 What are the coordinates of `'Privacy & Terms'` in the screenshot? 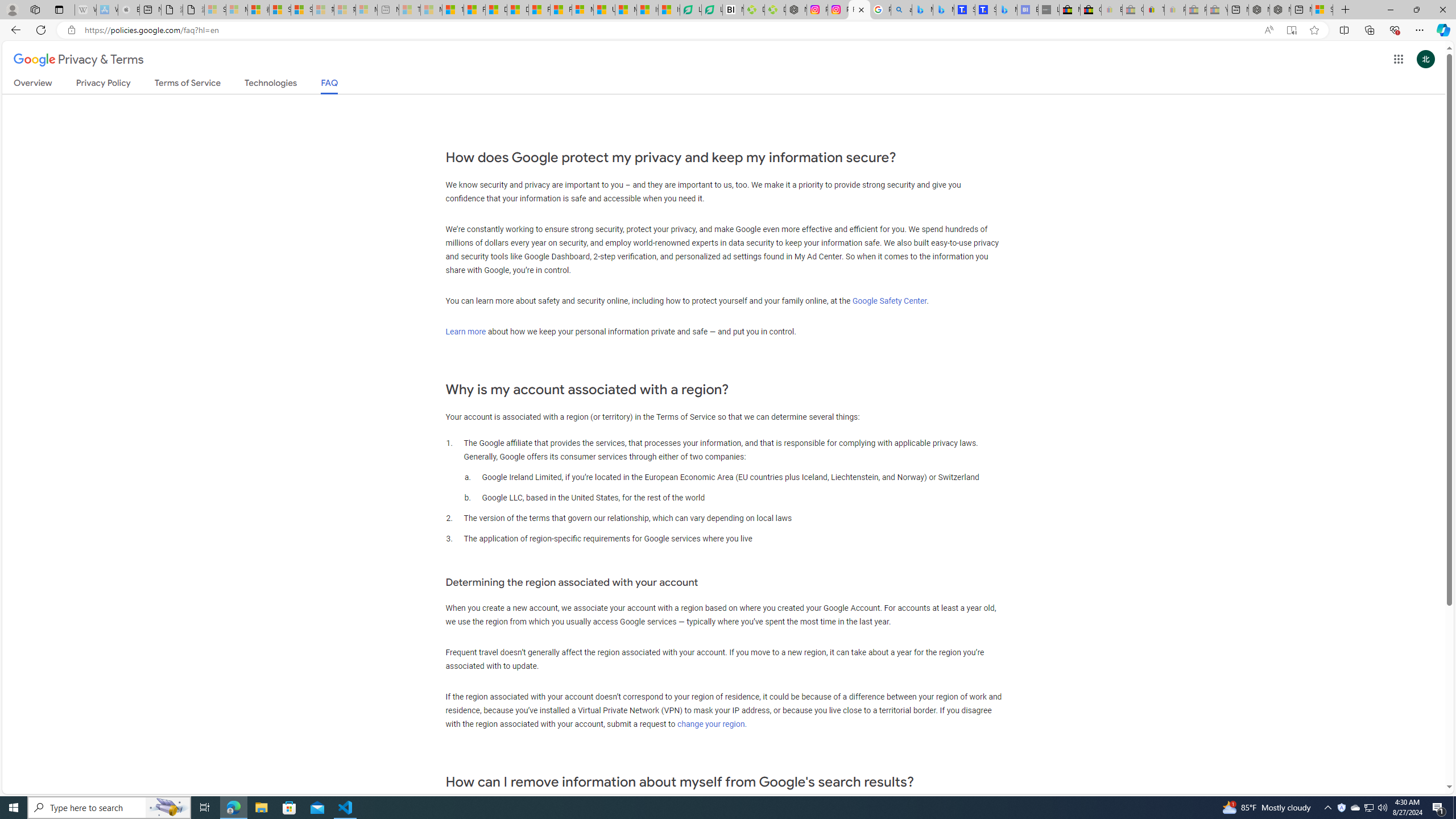 It's located at (78, 59).